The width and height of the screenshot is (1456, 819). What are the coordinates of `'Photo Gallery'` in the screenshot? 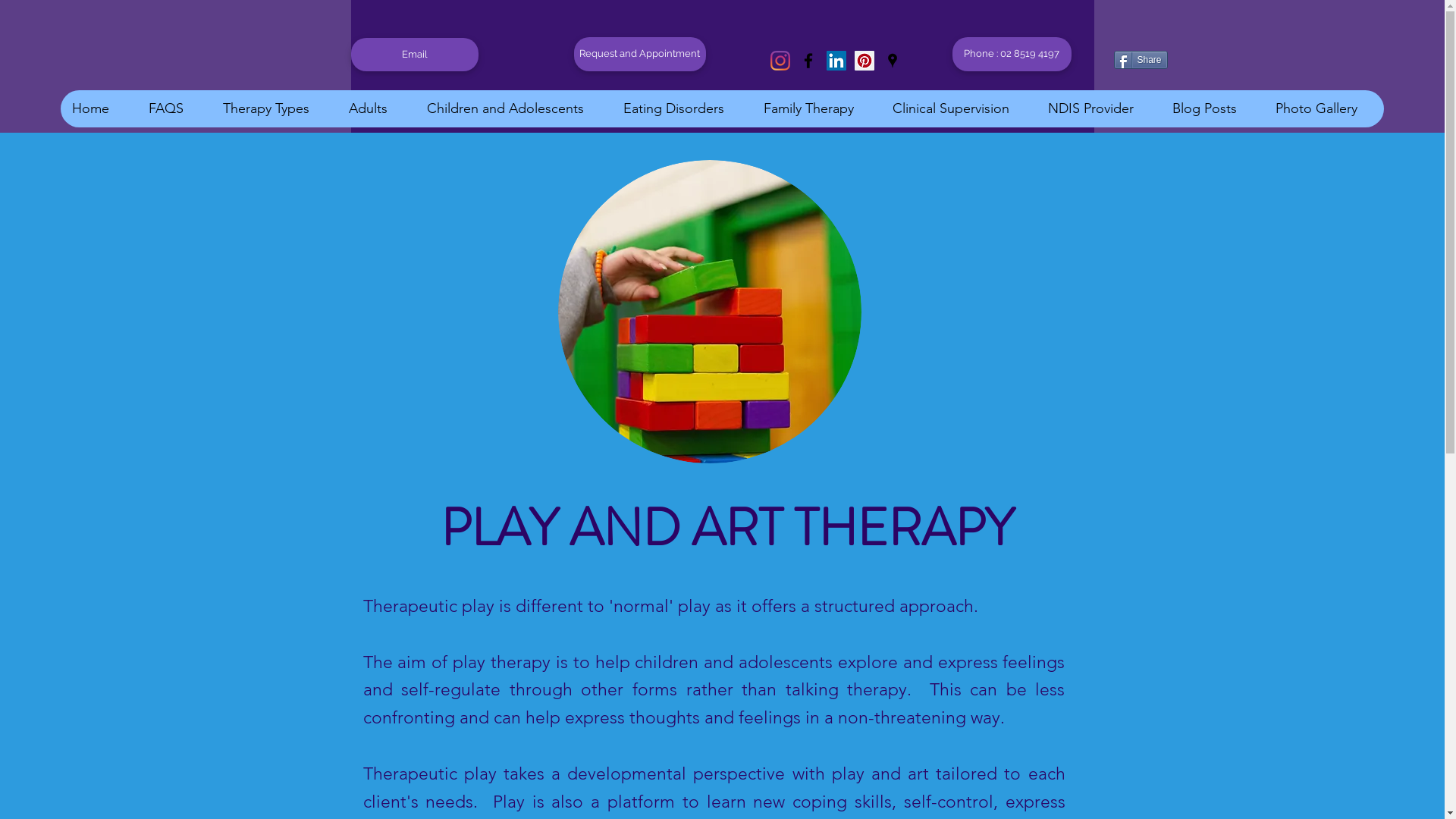 It's located at (1323, 108).